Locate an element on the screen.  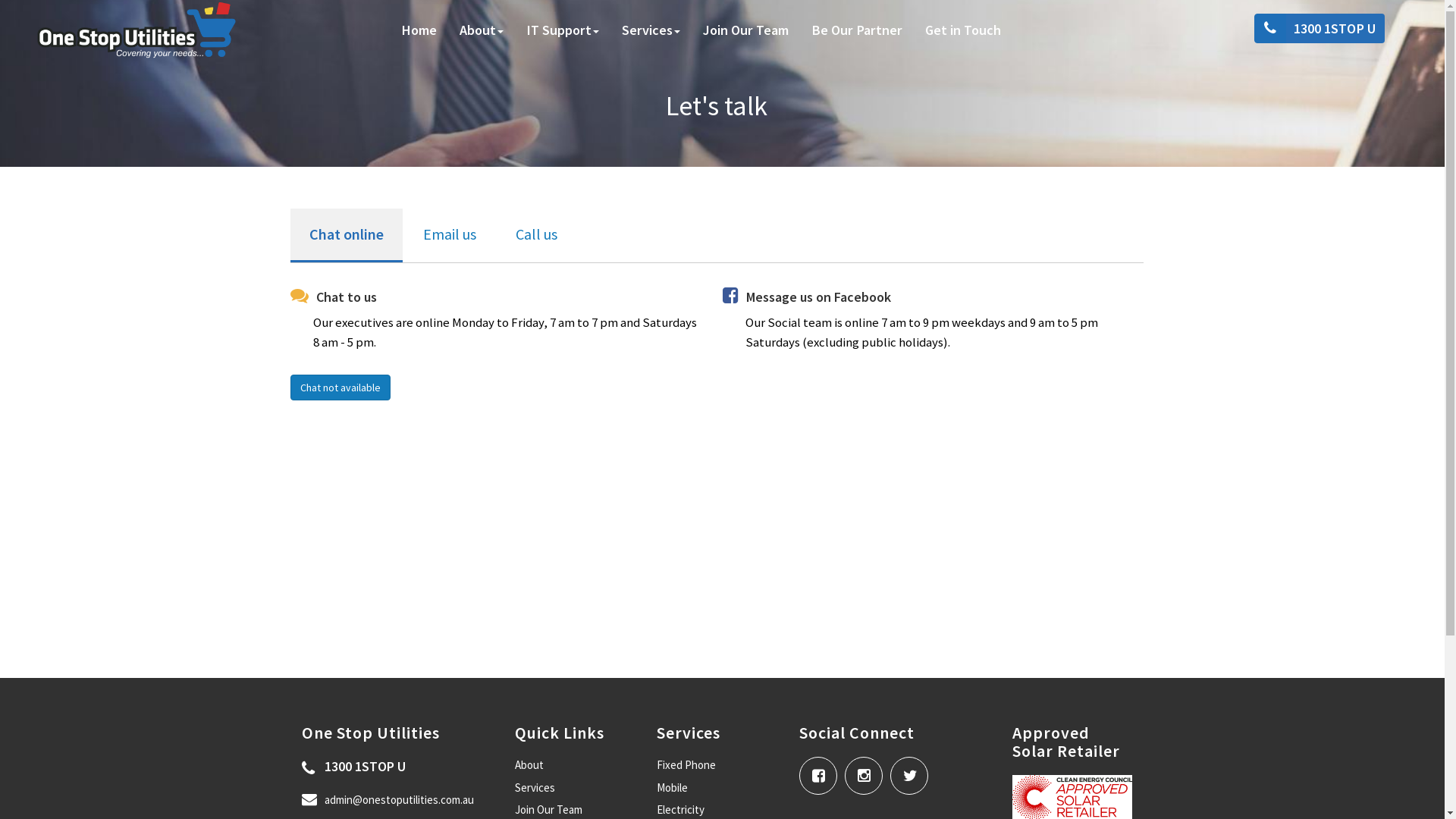
'Services' is located at coordinates (535, 786).